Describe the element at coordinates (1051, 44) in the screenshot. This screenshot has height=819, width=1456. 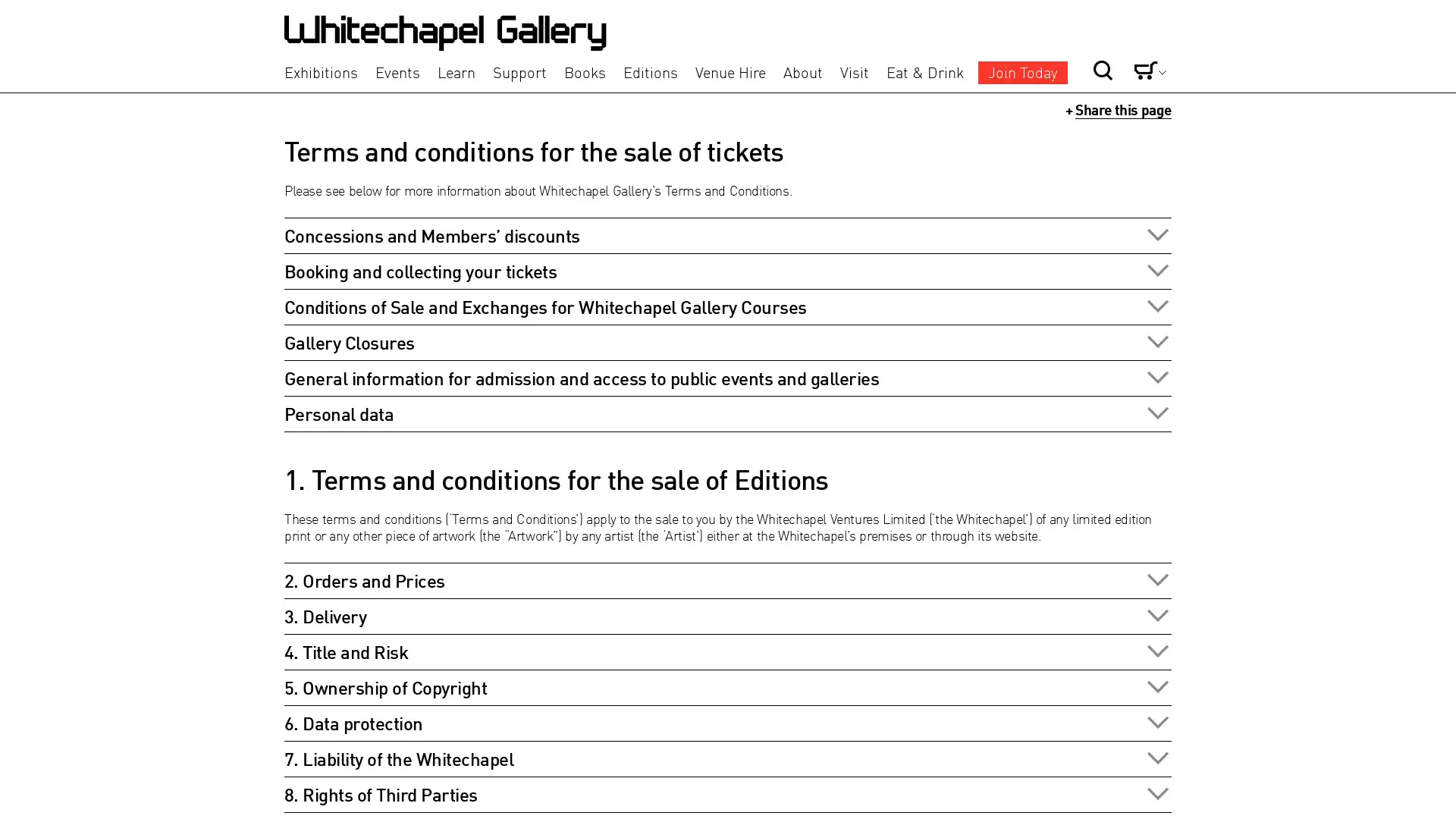
I see `Go` at that location.